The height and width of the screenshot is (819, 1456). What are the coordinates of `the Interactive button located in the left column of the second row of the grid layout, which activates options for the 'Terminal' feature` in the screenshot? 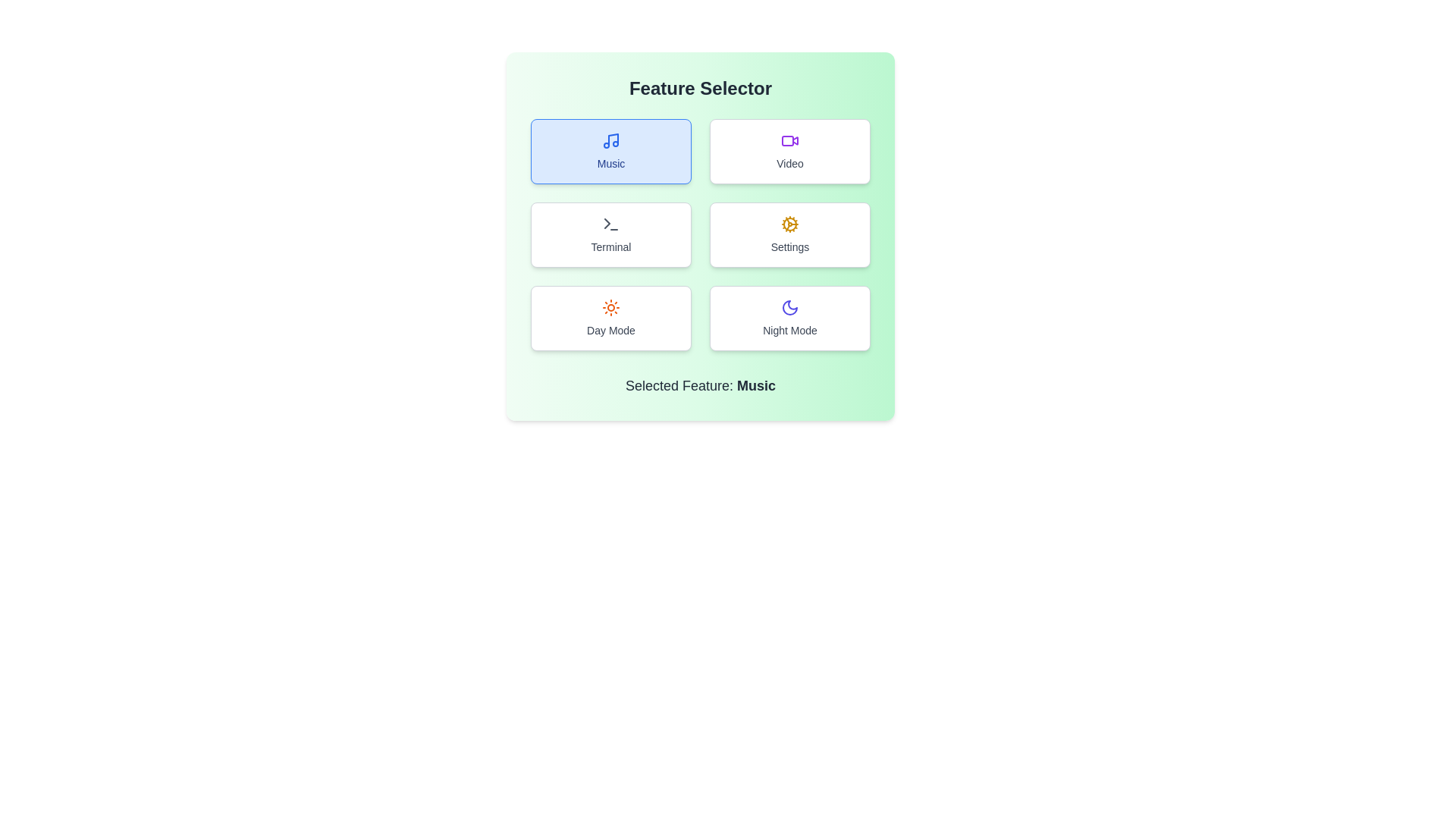 It's located at (611, 234).